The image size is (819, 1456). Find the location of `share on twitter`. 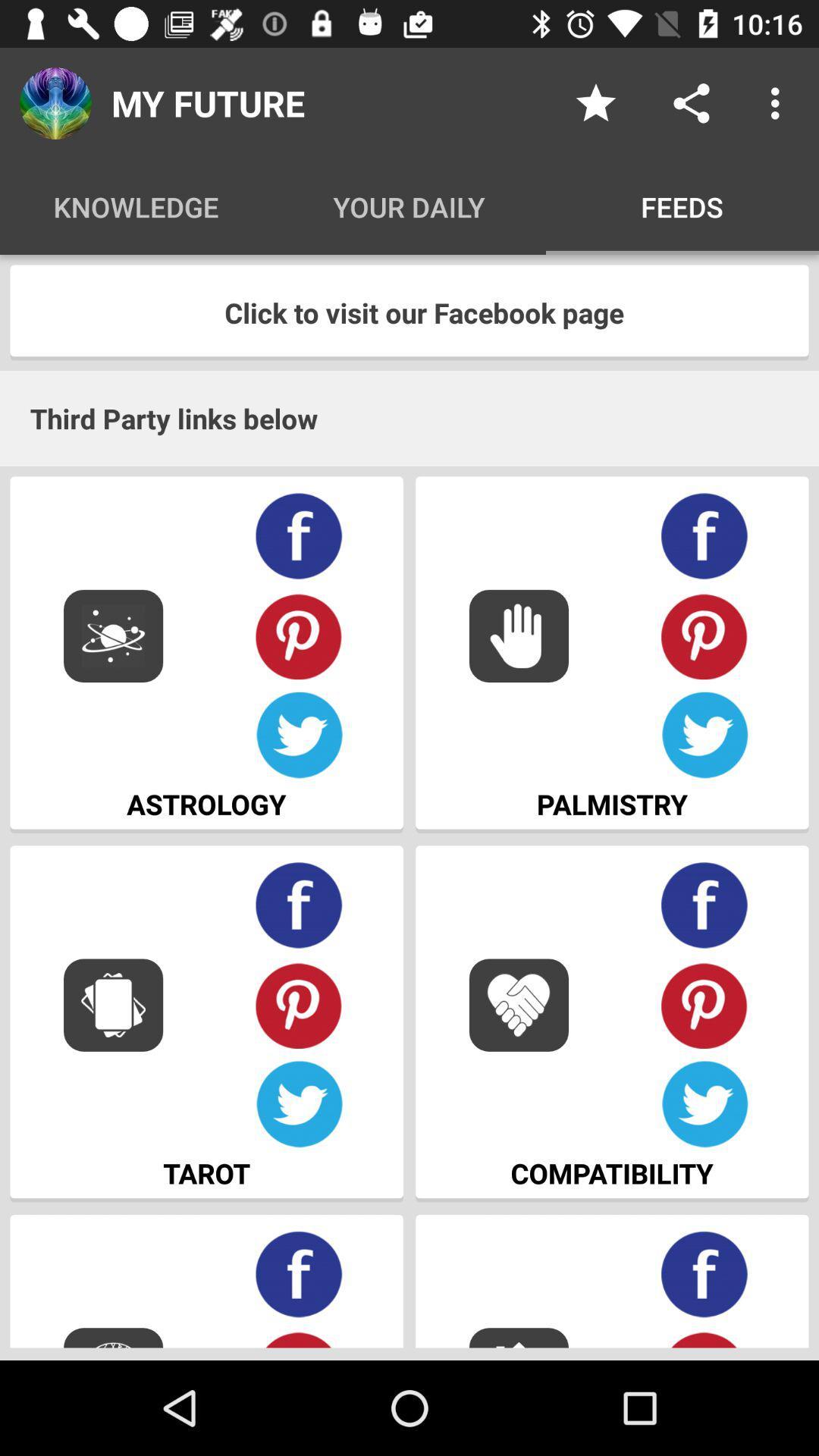

share on twitter is located at coordinates (704, 736).